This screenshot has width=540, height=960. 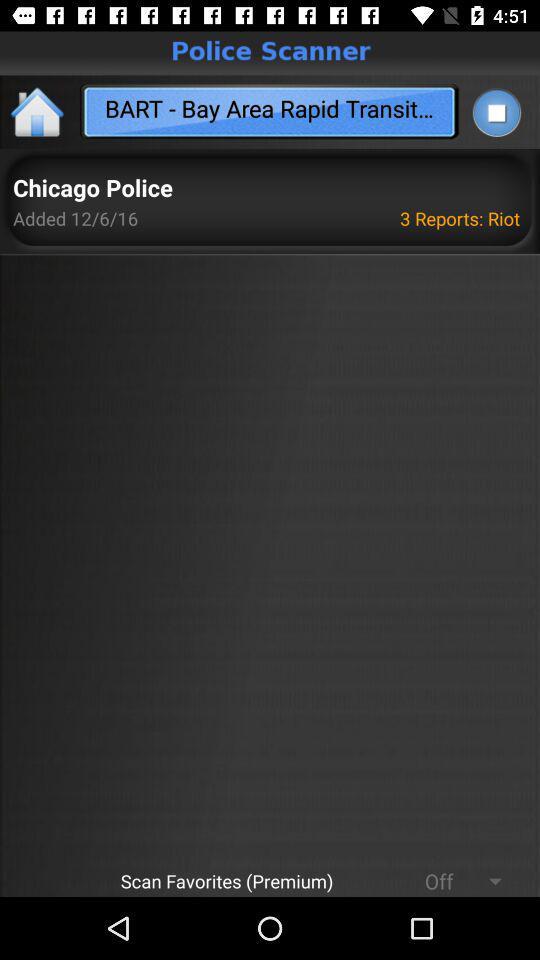 What do you see at coordinates (91, 189) in the screenshot?
I see `the app to the left of 3 reports: riot app` at bounding box center [91, 189].